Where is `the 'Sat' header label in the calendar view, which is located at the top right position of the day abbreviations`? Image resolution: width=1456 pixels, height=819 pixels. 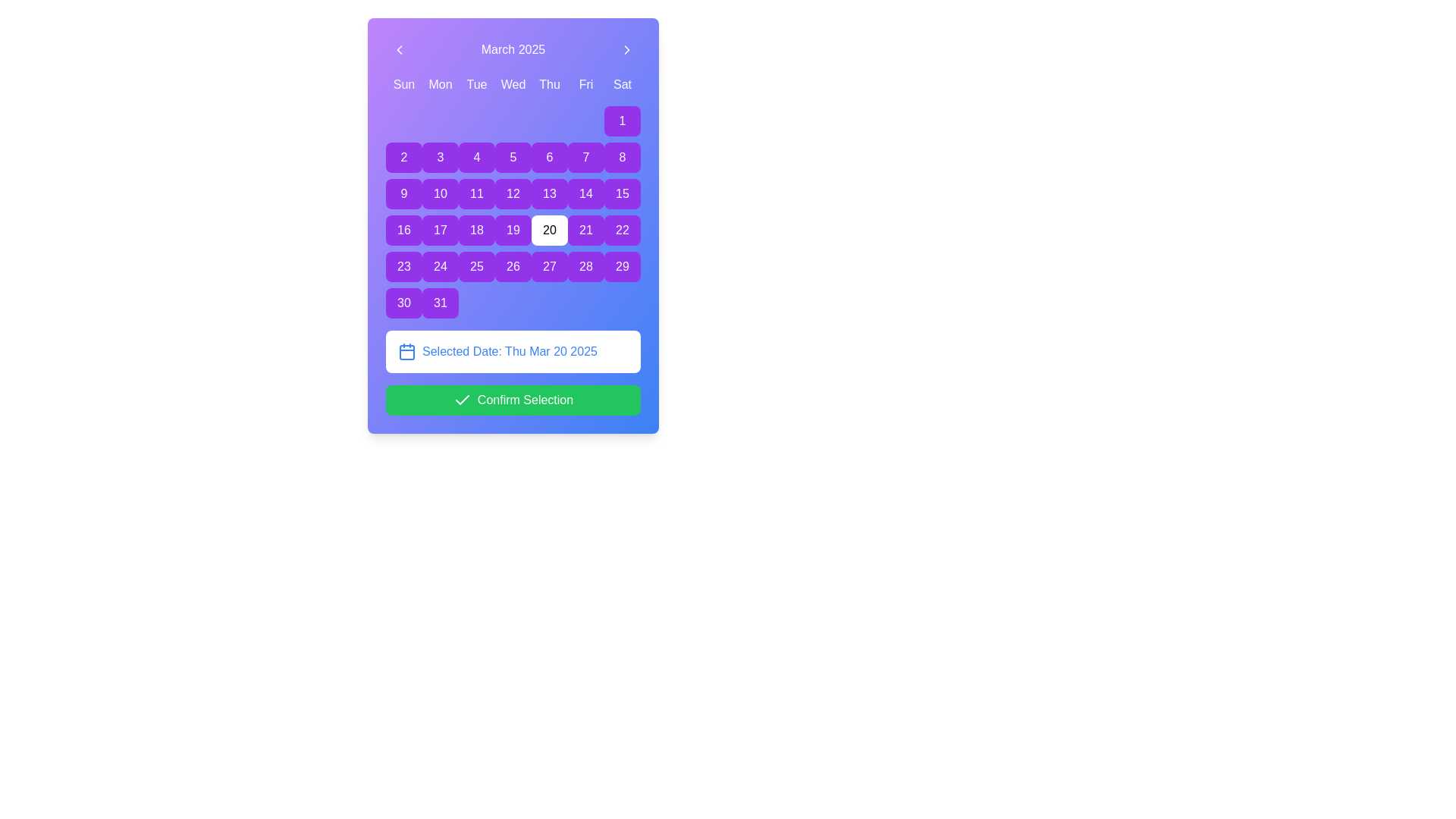
the 'Sat' header label in the calendar view, which is located at the top right position of the day abbreviations is located at coordinates (622, 84).